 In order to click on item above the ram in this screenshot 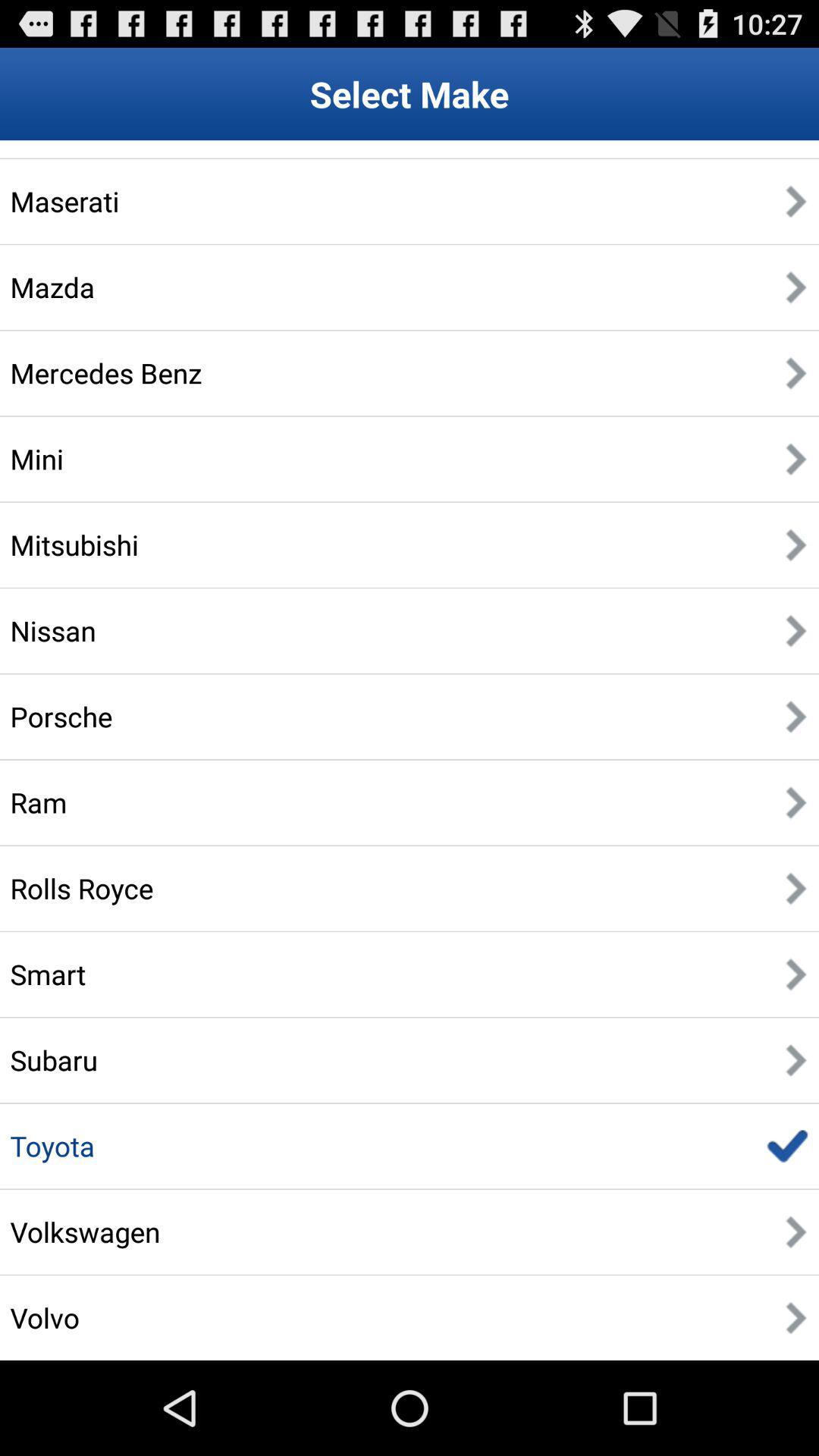, I will do `click(61, 716)`.